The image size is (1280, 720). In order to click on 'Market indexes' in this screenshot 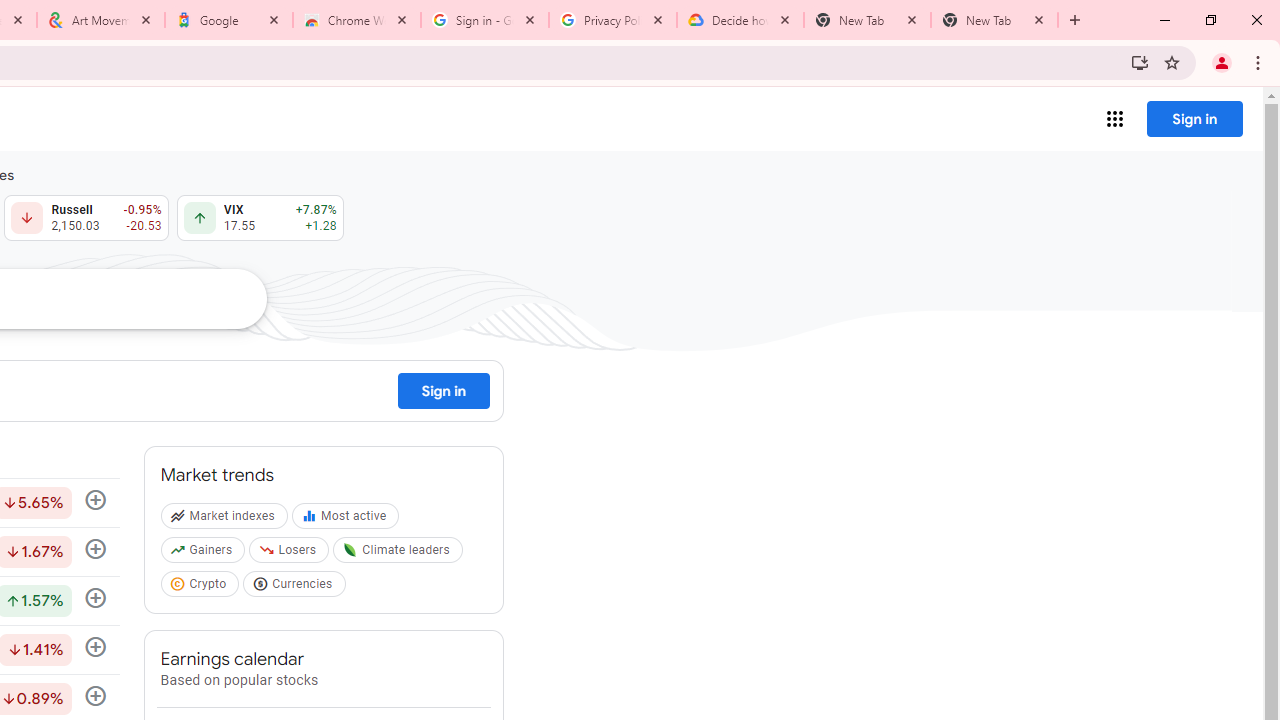, I will do `click(226, 519)`.